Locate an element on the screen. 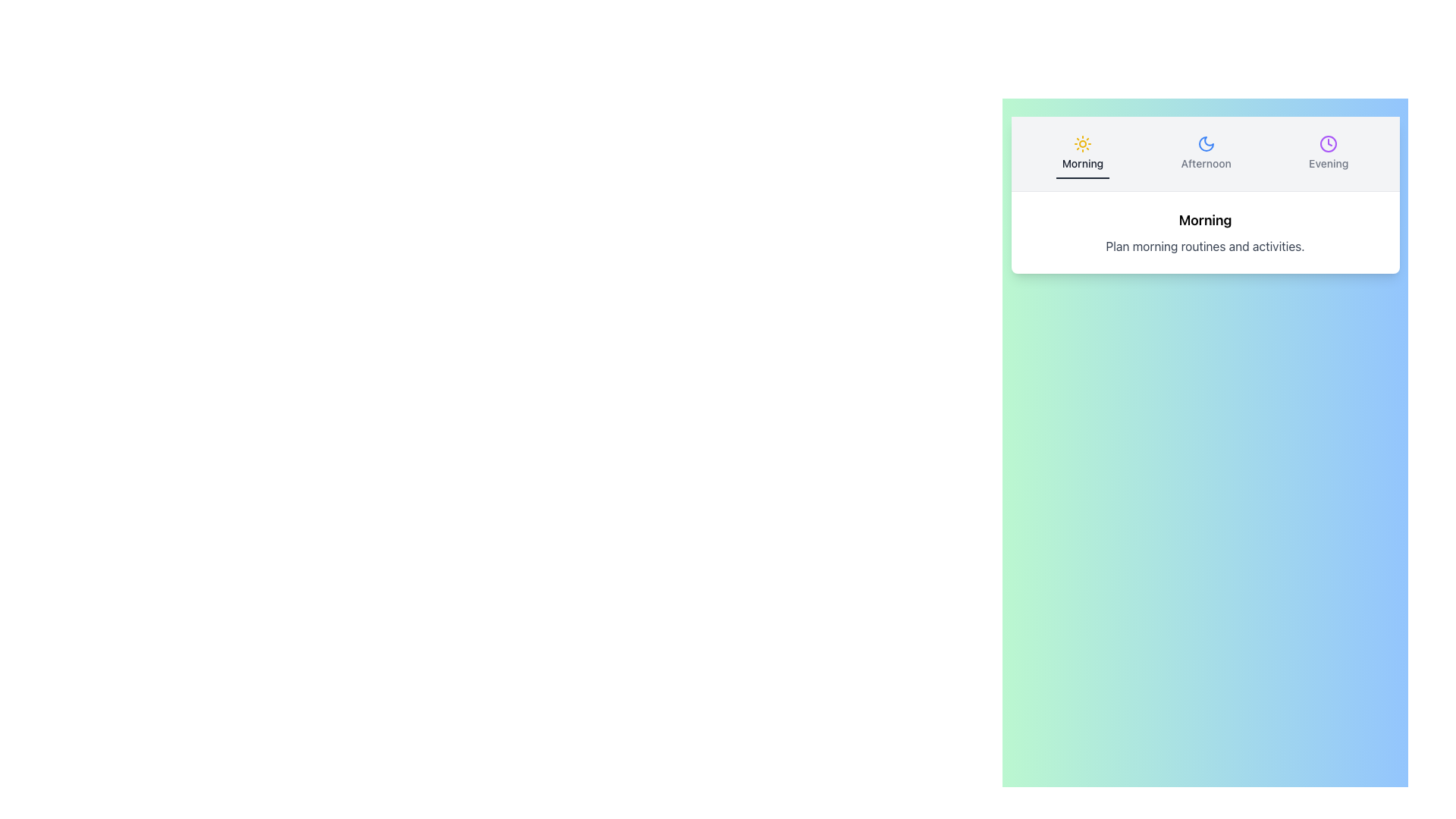 This screenshot has height=819, width=1456. the bright yellow sun icon located above the 'Morning' label is located at coordinates (1081, 143).